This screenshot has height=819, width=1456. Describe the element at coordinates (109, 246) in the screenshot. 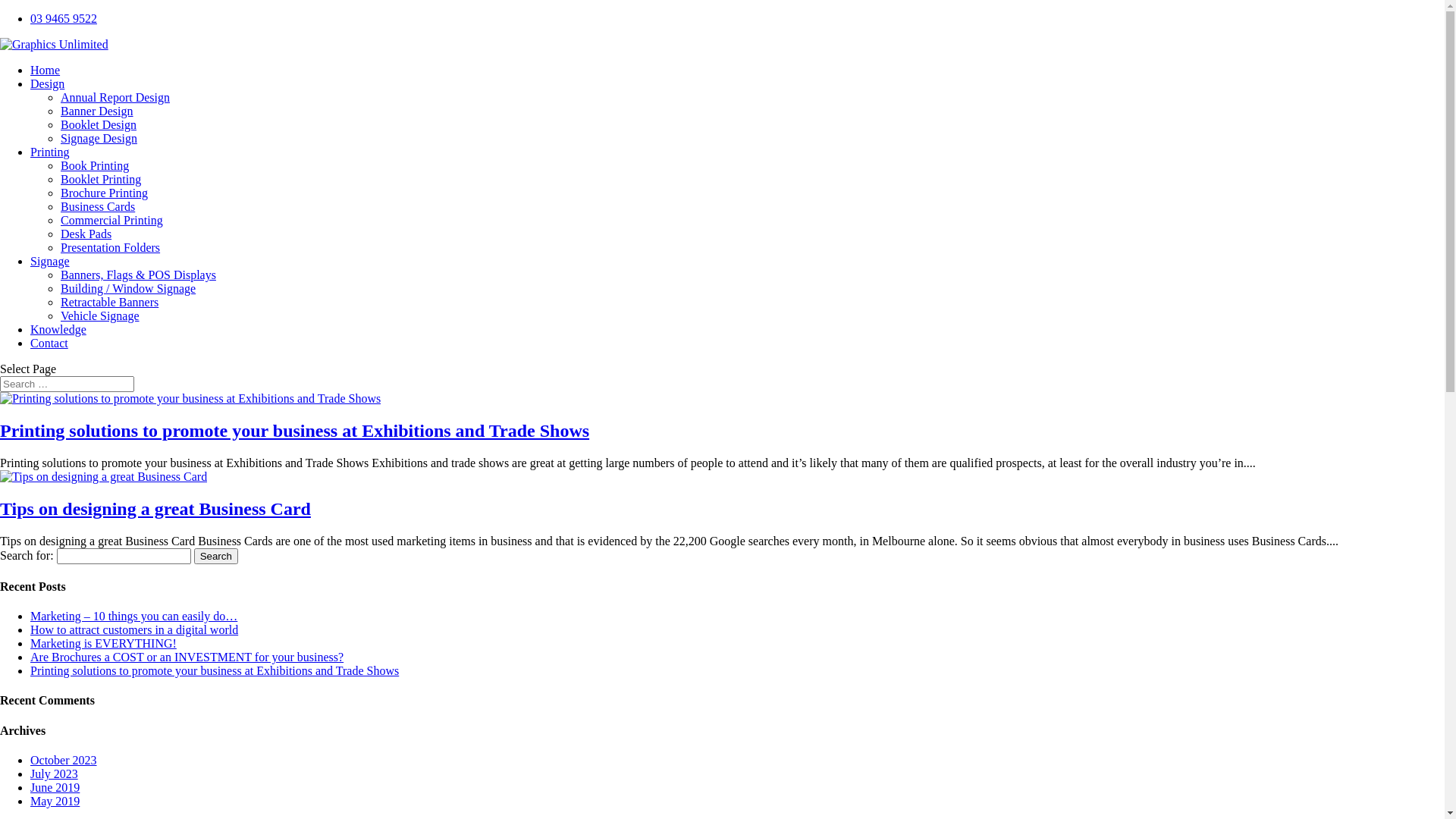

I see `'Presentation Folders'` at that location.